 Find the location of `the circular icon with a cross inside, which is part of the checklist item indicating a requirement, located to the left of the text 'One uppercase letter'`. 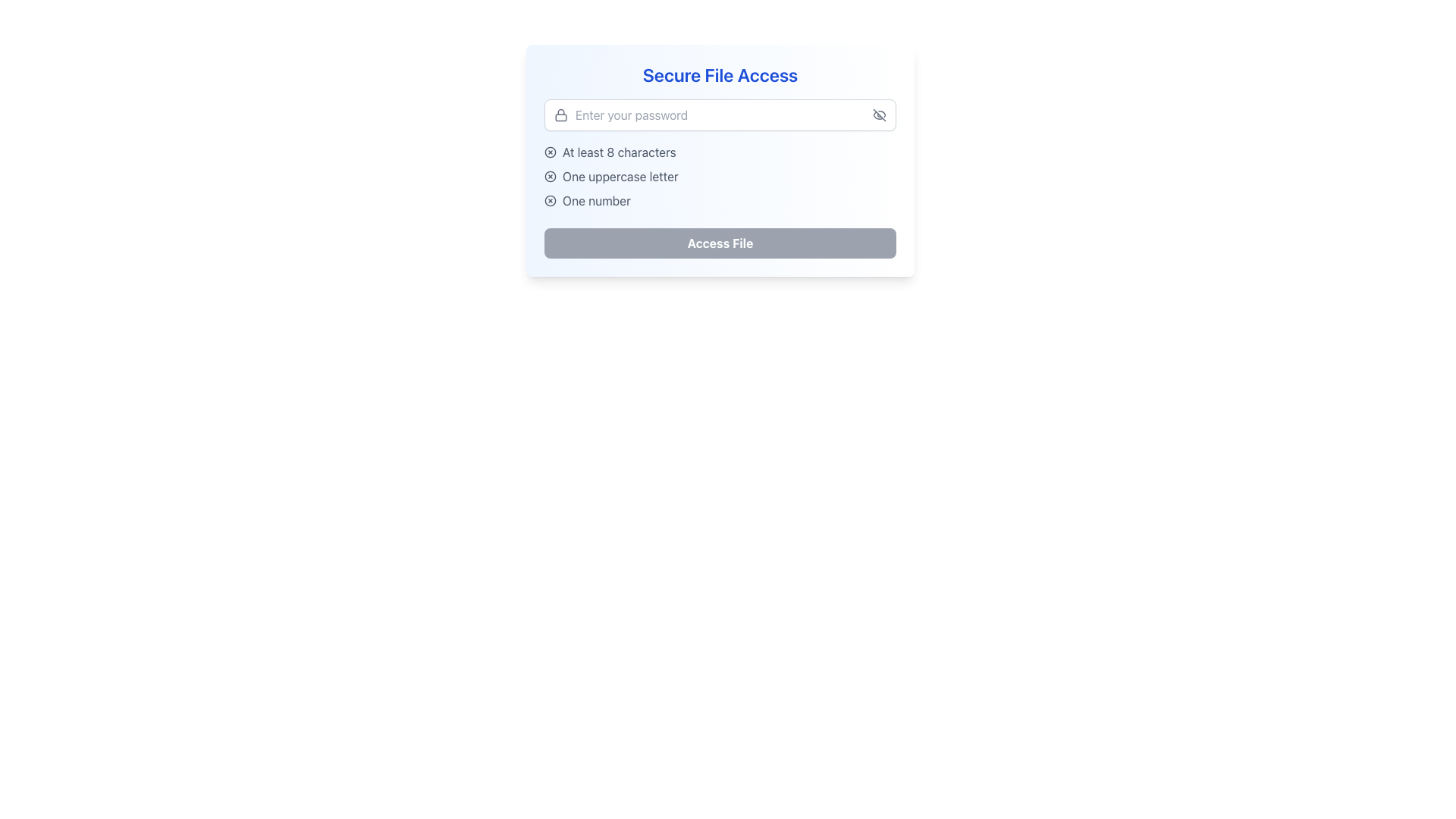

the circular icon with a cross inside, which is part of the checklist item indicating a requirement, located to the left of the text 'One uppercase letter' is located at coordinates (549, 175).